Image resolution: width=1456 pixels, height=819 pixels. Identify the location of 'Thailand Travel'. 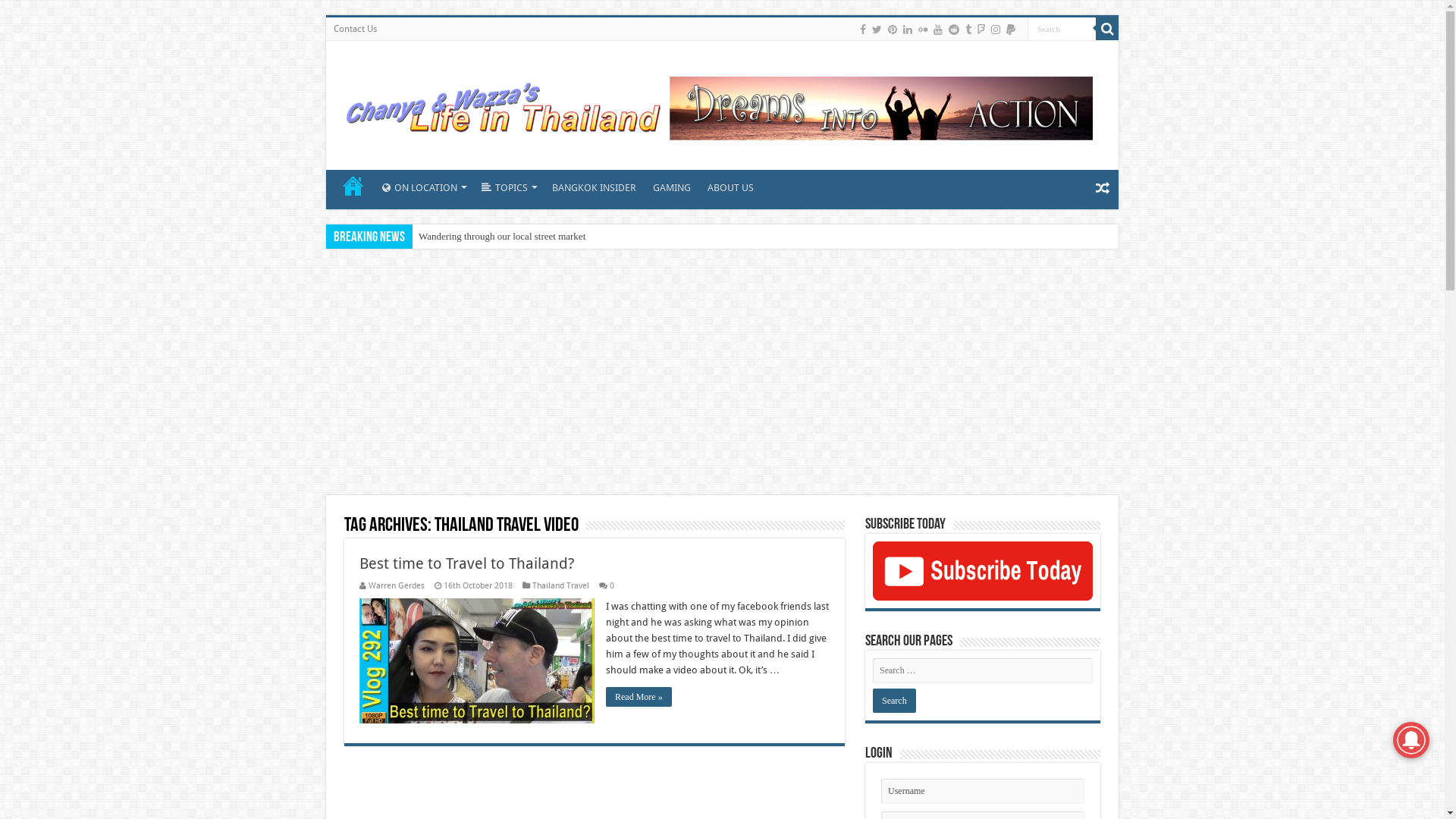
(560, 585).